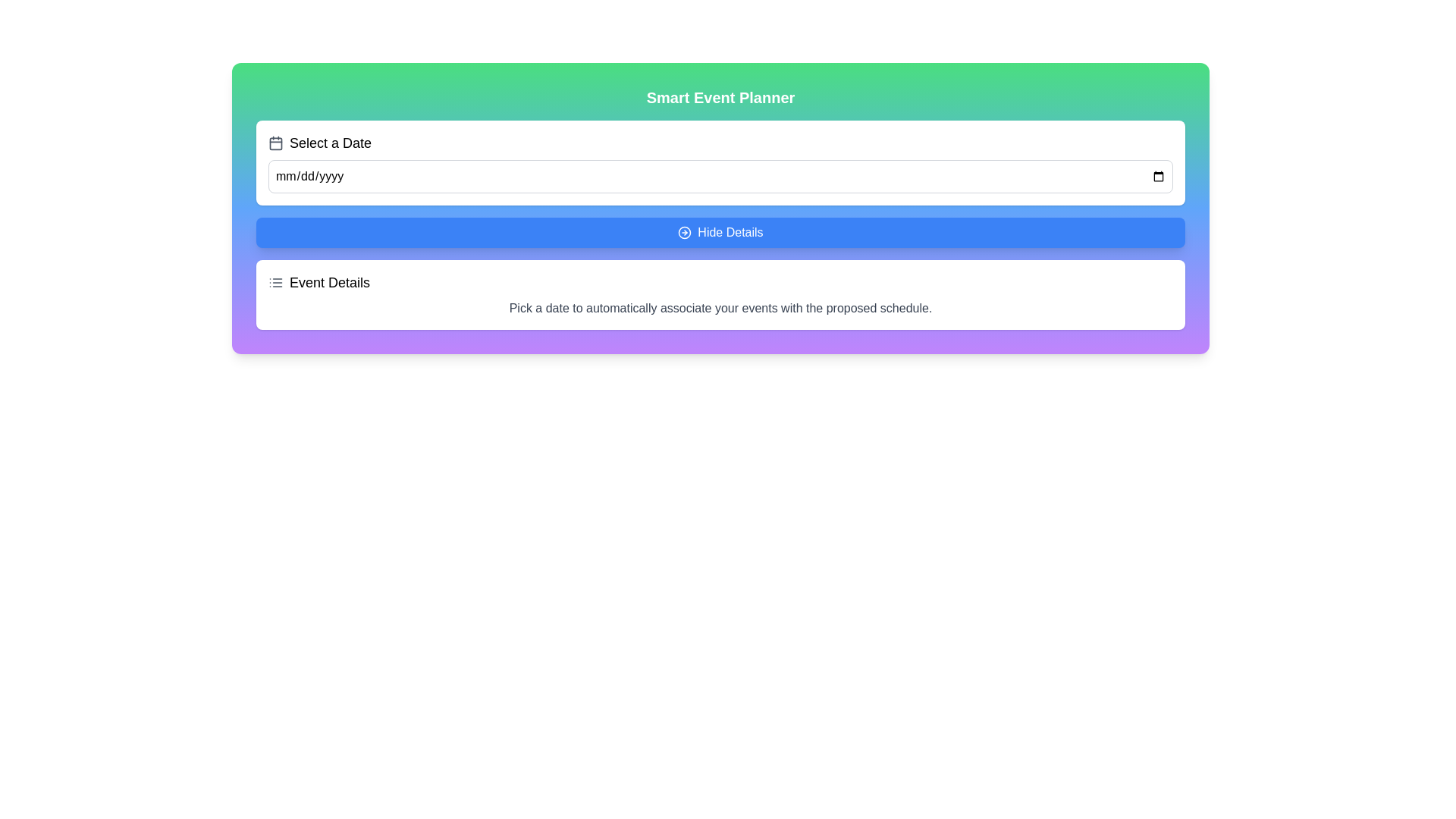  I want to click on the decorative SVG element that resembles a calendar icon, specifically the rectangular shape with rounded corners located near the left edge of the 'Select a Date' field, so click(276, 143).